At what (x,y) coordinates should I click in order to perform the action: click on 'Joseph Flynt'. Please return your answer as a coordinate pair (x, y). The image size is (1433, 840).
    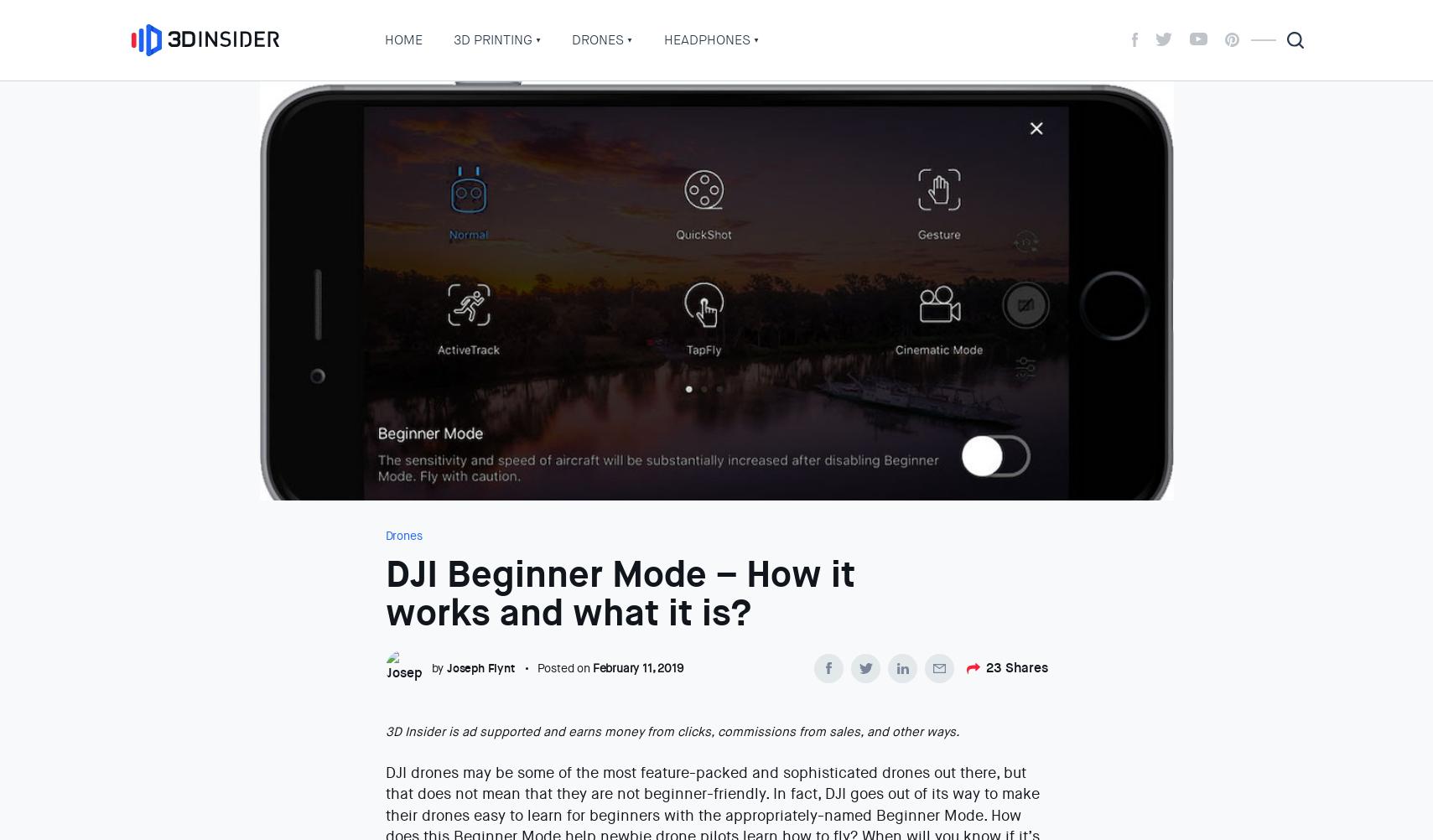
    Looking at the image, I should click on (445, 666).